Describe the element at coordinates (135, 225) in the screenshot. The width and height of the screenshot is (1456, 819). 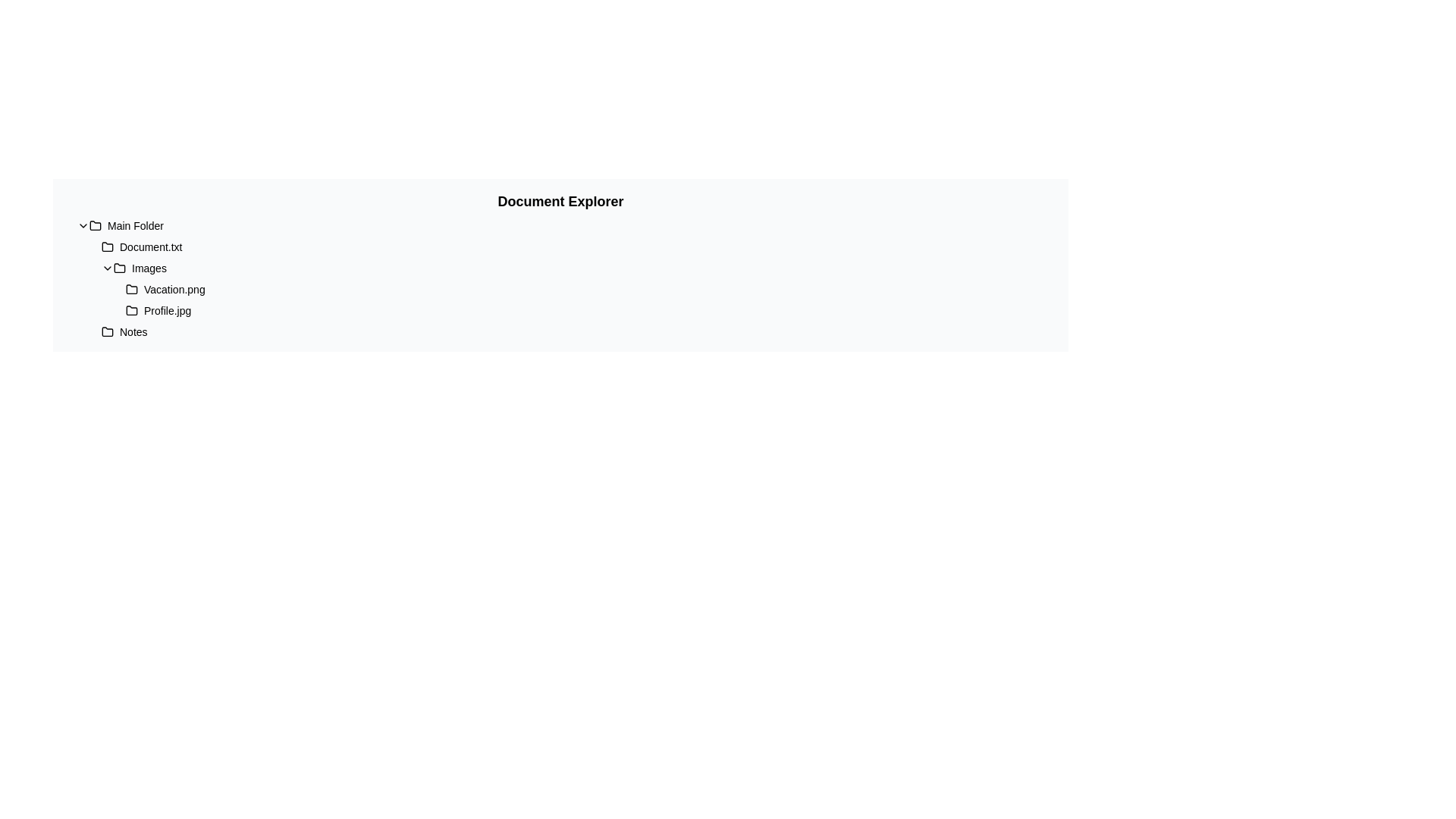
I see `the text label representing the name of a folder in the left panel of the document explorer interface` at that location.